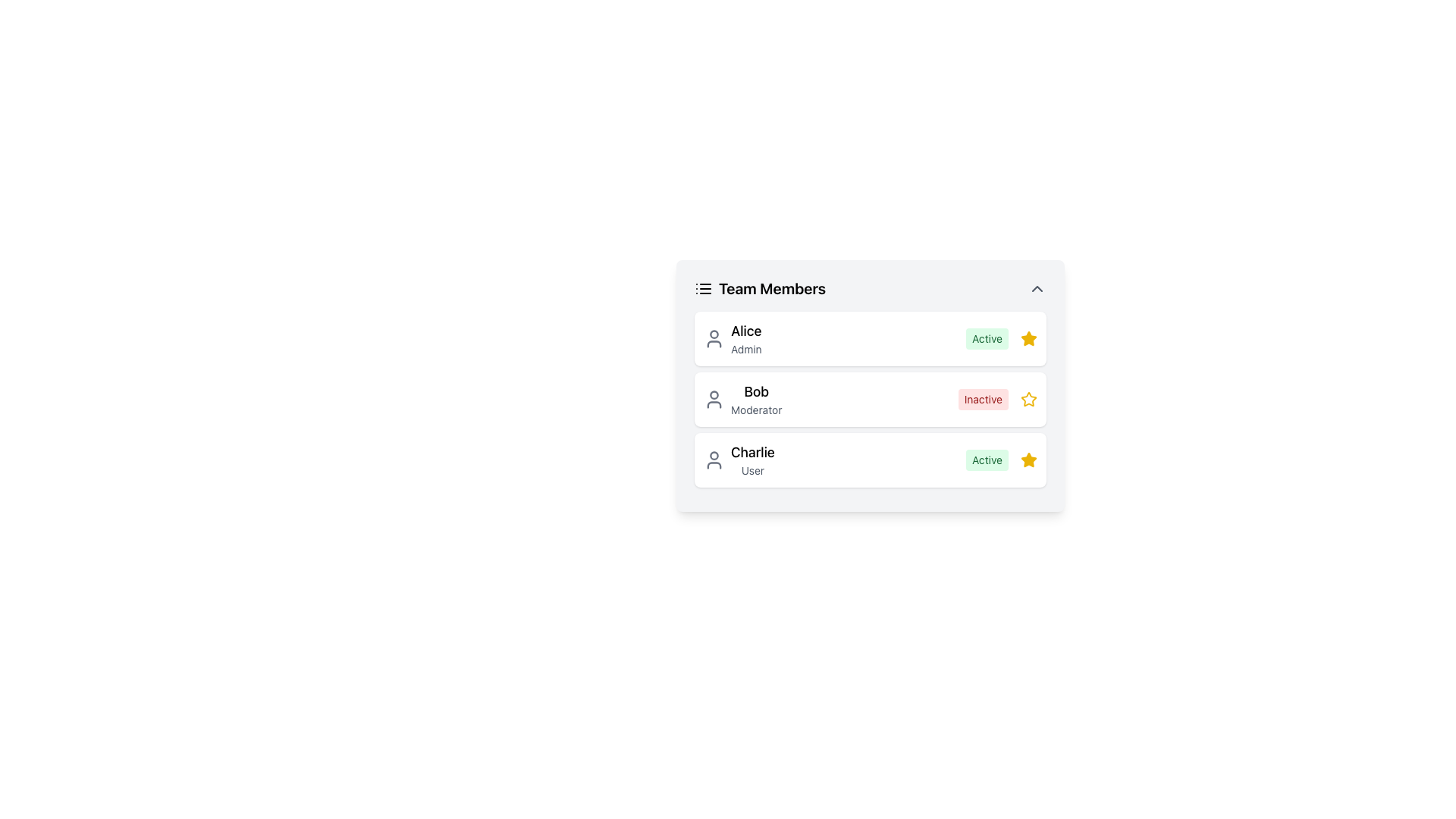 Image resolution: width=1456 pixels, height=819 pixels. I want to click on the lower part of the user profile icon associated with 'Bob' in the Team Members list, located next to the 'Moderator' label, so click(713, 403).